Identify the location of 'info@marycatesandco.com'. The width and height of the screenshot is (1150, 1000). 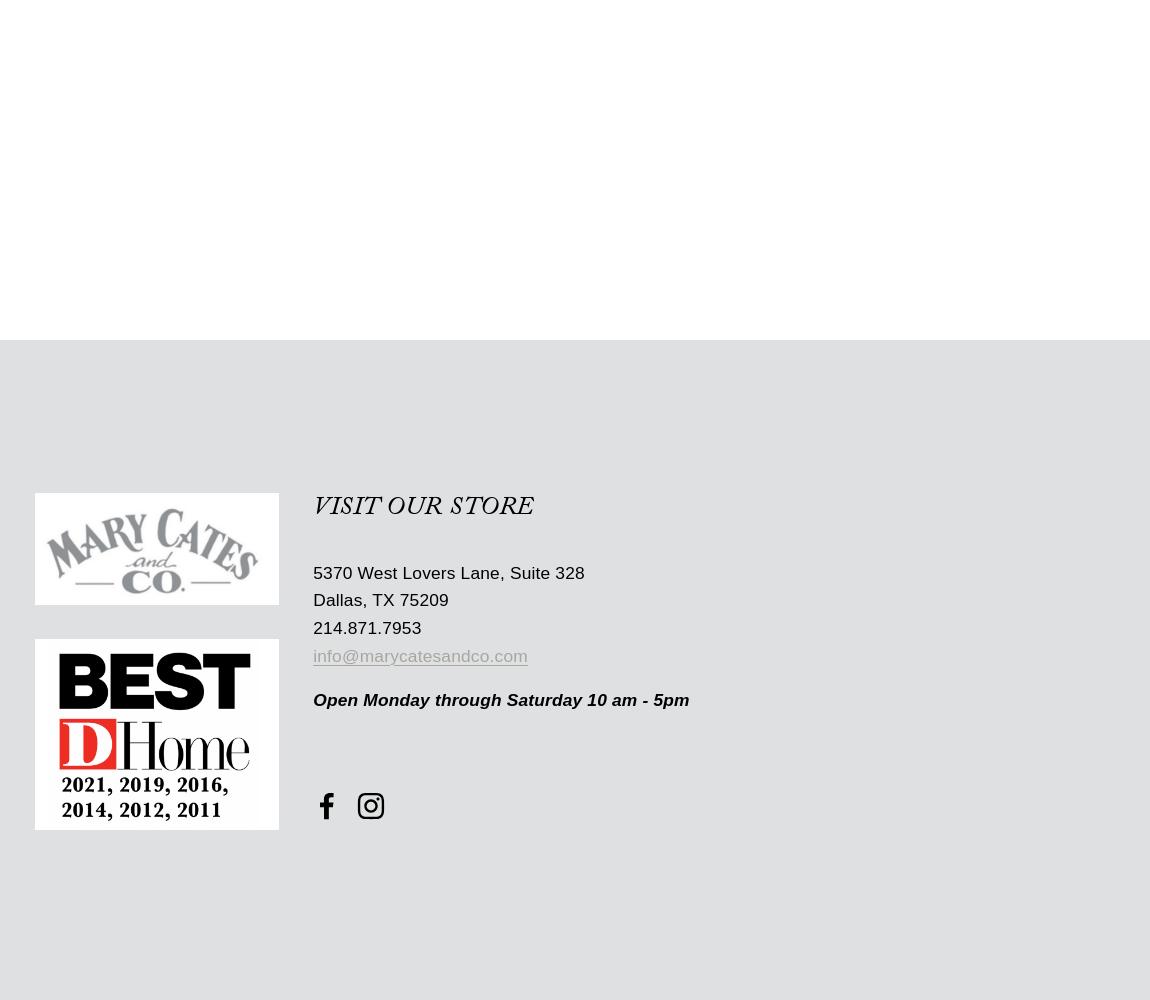
(313, 656).